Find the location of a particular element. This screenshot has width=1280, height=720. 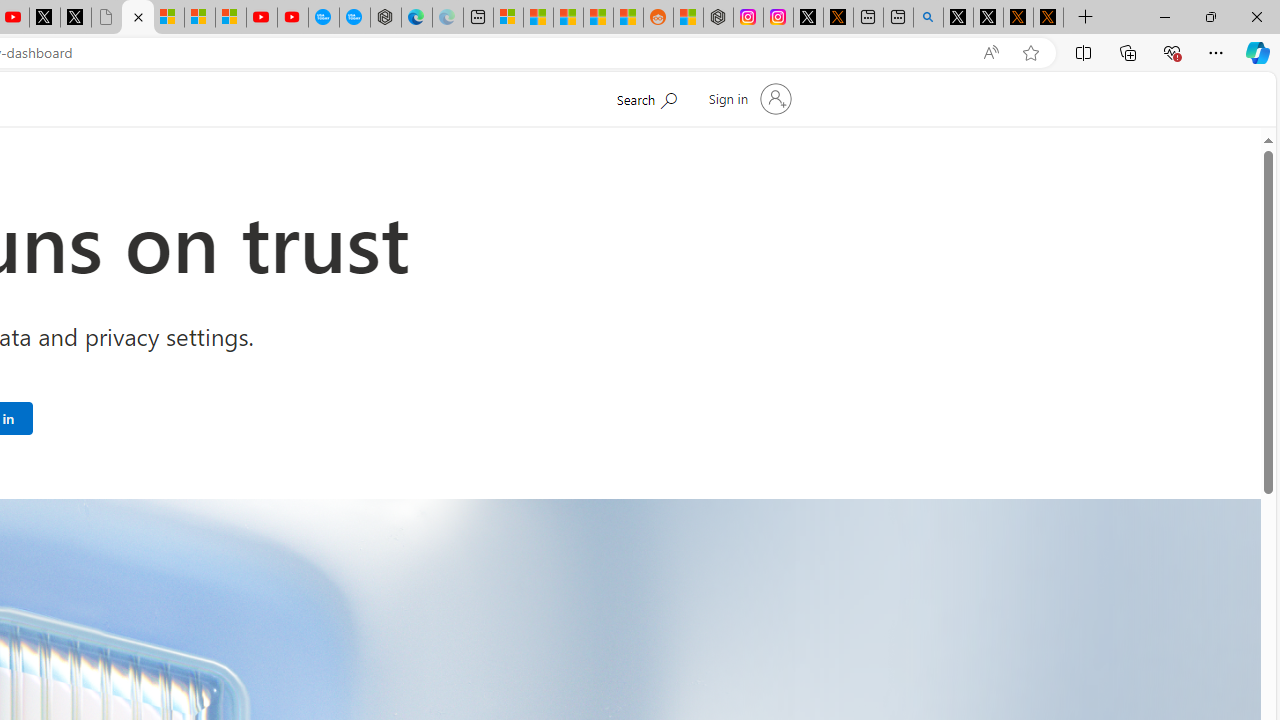

'The most popular Google ' is located at coordinates (355, 17).